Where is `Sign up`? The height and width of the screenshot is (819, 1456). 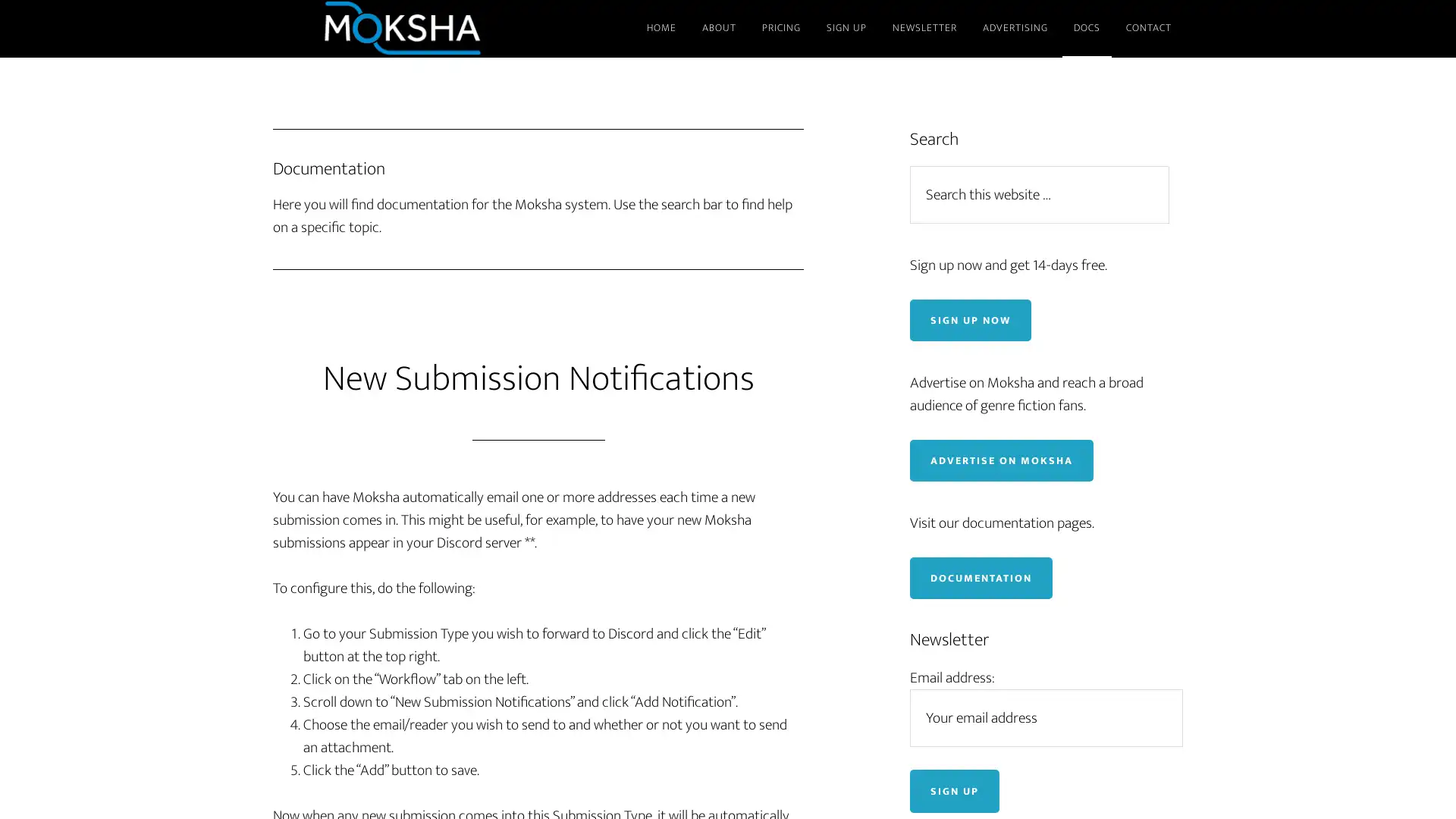
Sign up is located at coordinates (953, 789).